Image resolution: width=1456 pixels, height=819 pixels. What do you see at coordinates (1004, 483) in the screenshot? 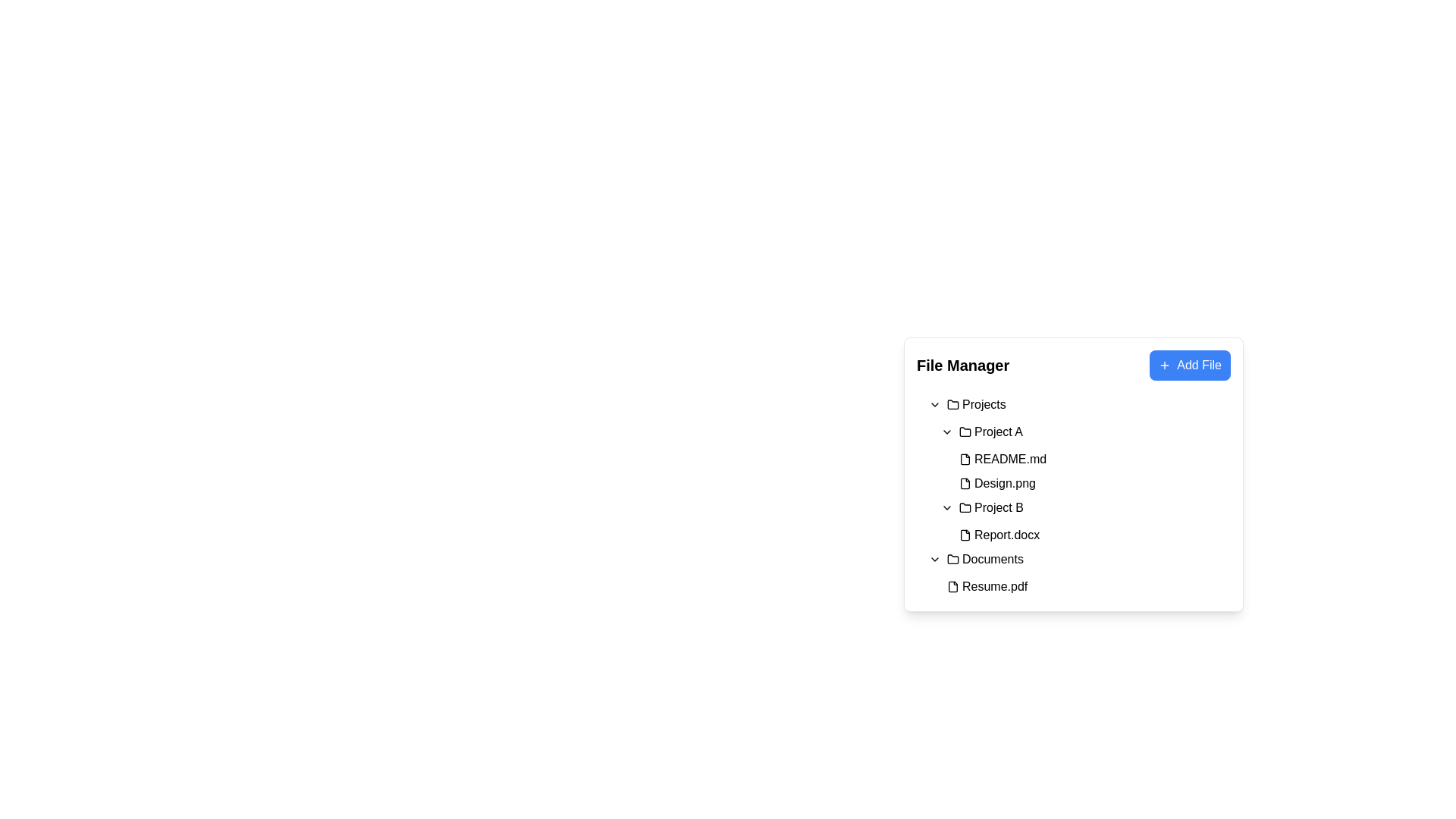
I see `the 'Design.png' file name displayed` at bounding box center [1004, 483].